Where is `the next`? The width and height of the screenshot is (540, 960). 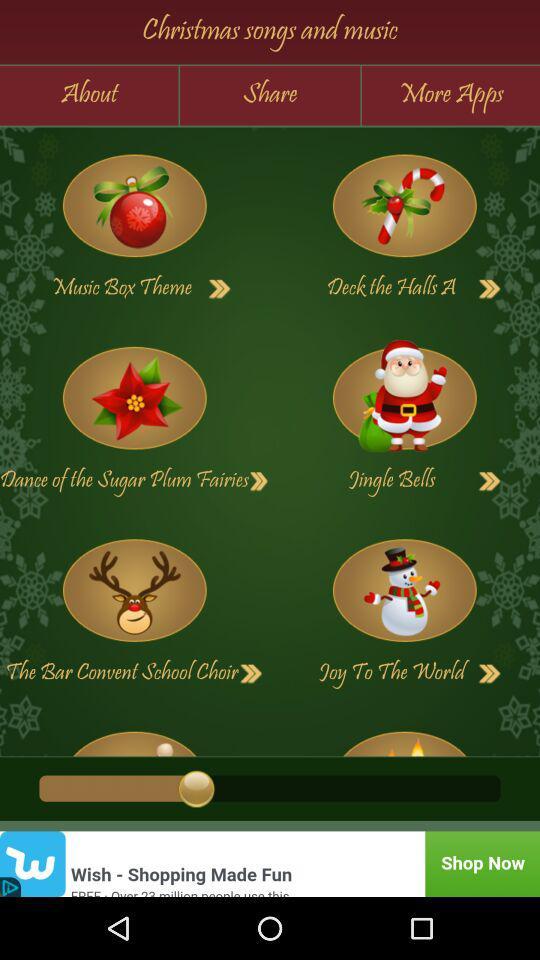
the next is located at coordinates (404, 397).